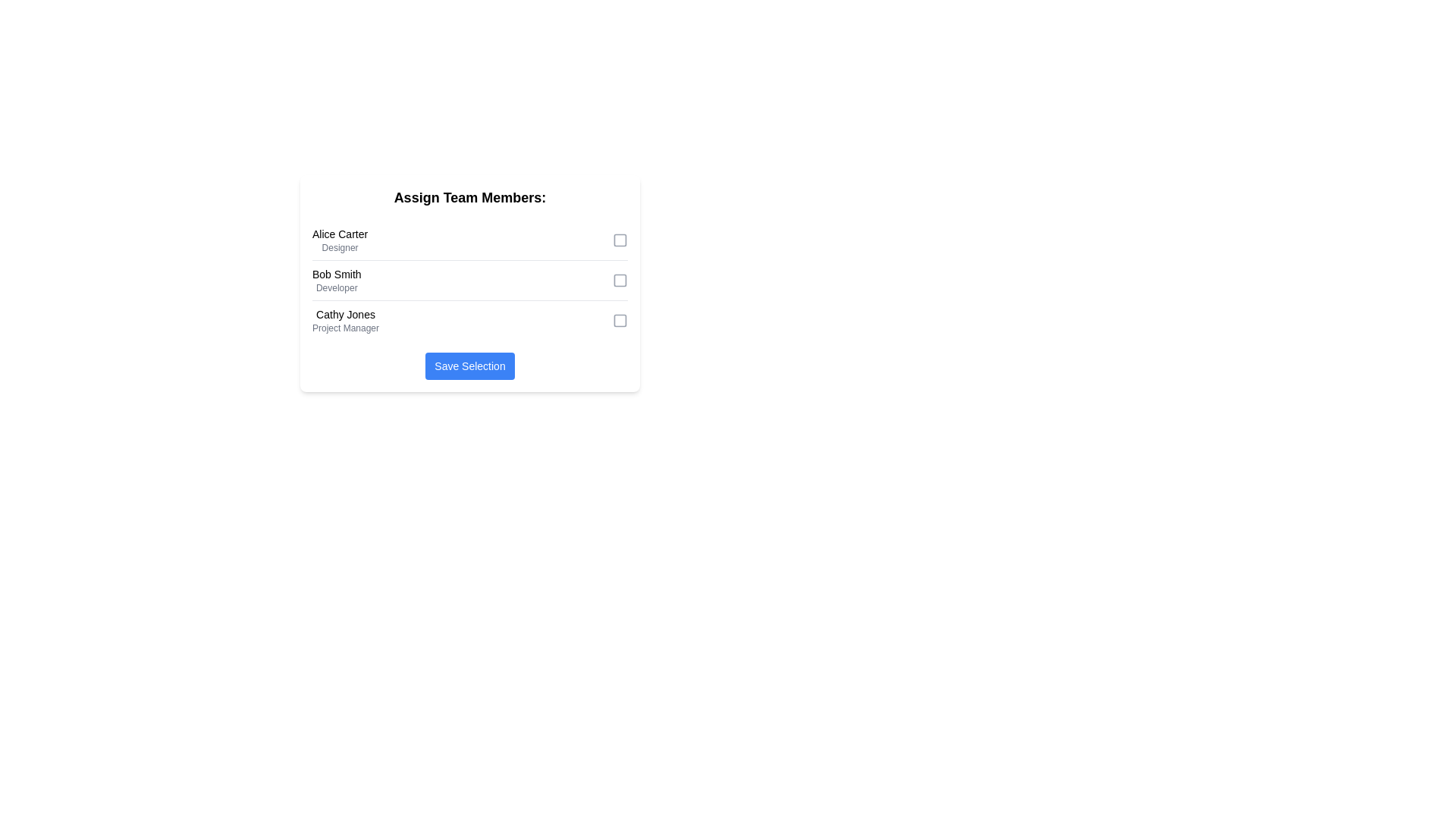 Image resolution: width=1456 pixels, height=819 pixels. What do you see at coordinates (620, 239) in the screenshot?
I see `the checkbox for the team member 'Alice Carter'` at bounding box center [620, 239].